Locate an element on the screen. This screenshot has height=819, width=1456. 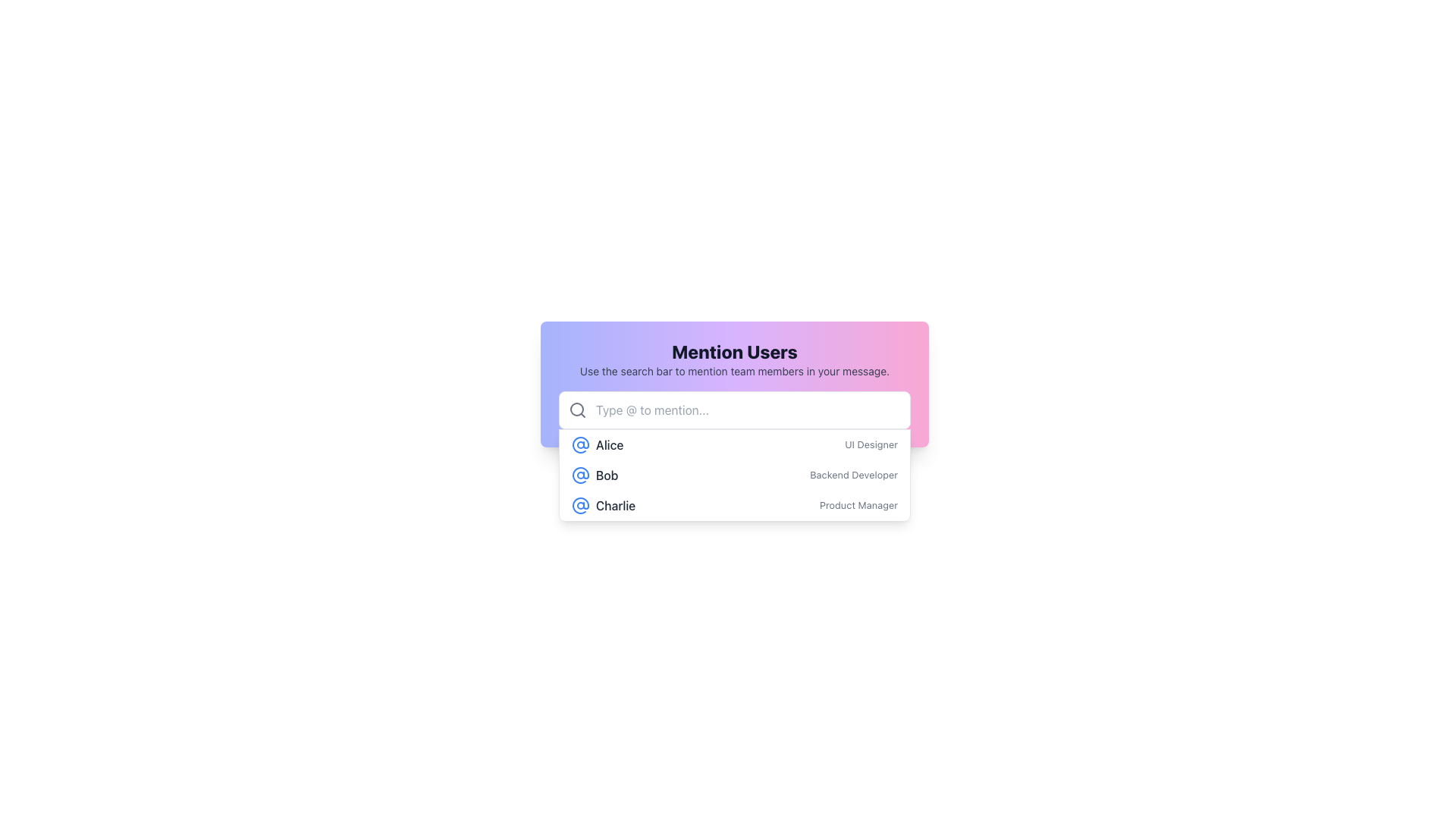
the text label UI component indicating the role 'Backend Developer' associated with the user 'Bob' located in the 'Mention Users' section is located at coordinates (854, 475).